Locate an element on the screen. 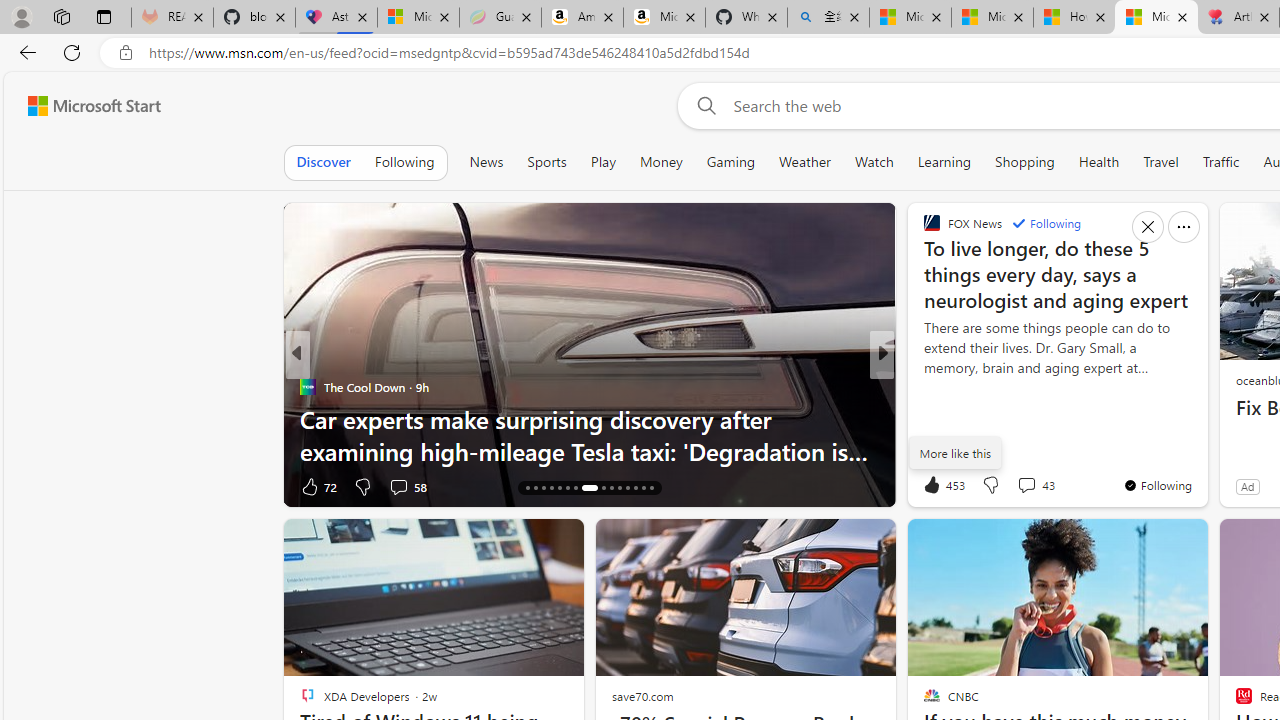 Image resolution: width=1280 pixels, height=720 pixels. '453 Like' is located at coordinates (941, 484).